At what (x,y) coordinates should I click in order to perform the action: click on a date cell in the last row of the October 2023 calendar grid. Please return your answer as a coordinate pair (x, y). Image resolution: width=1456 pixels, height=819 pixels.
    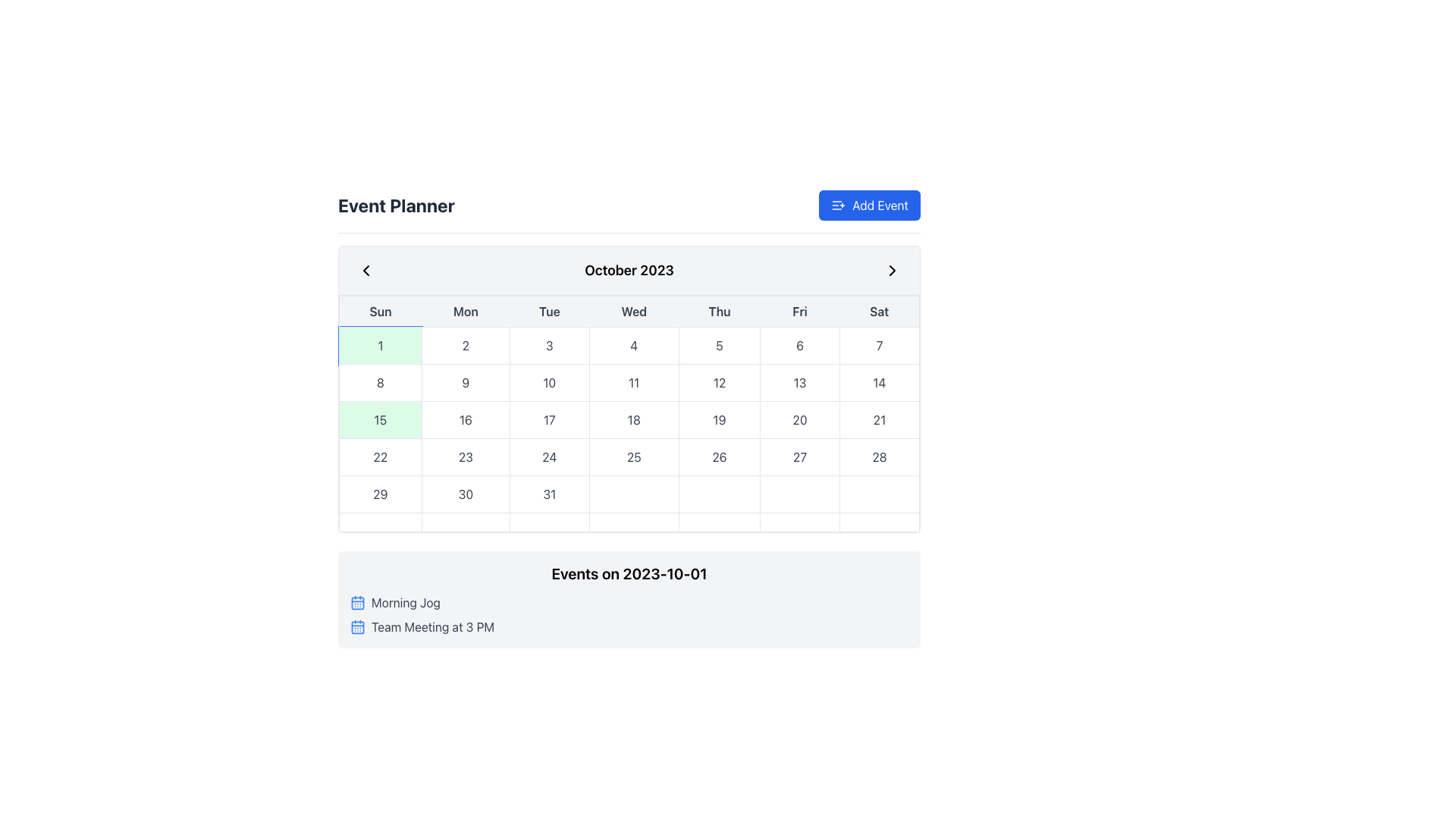
    Looking at the image, I should click on (629, 494).